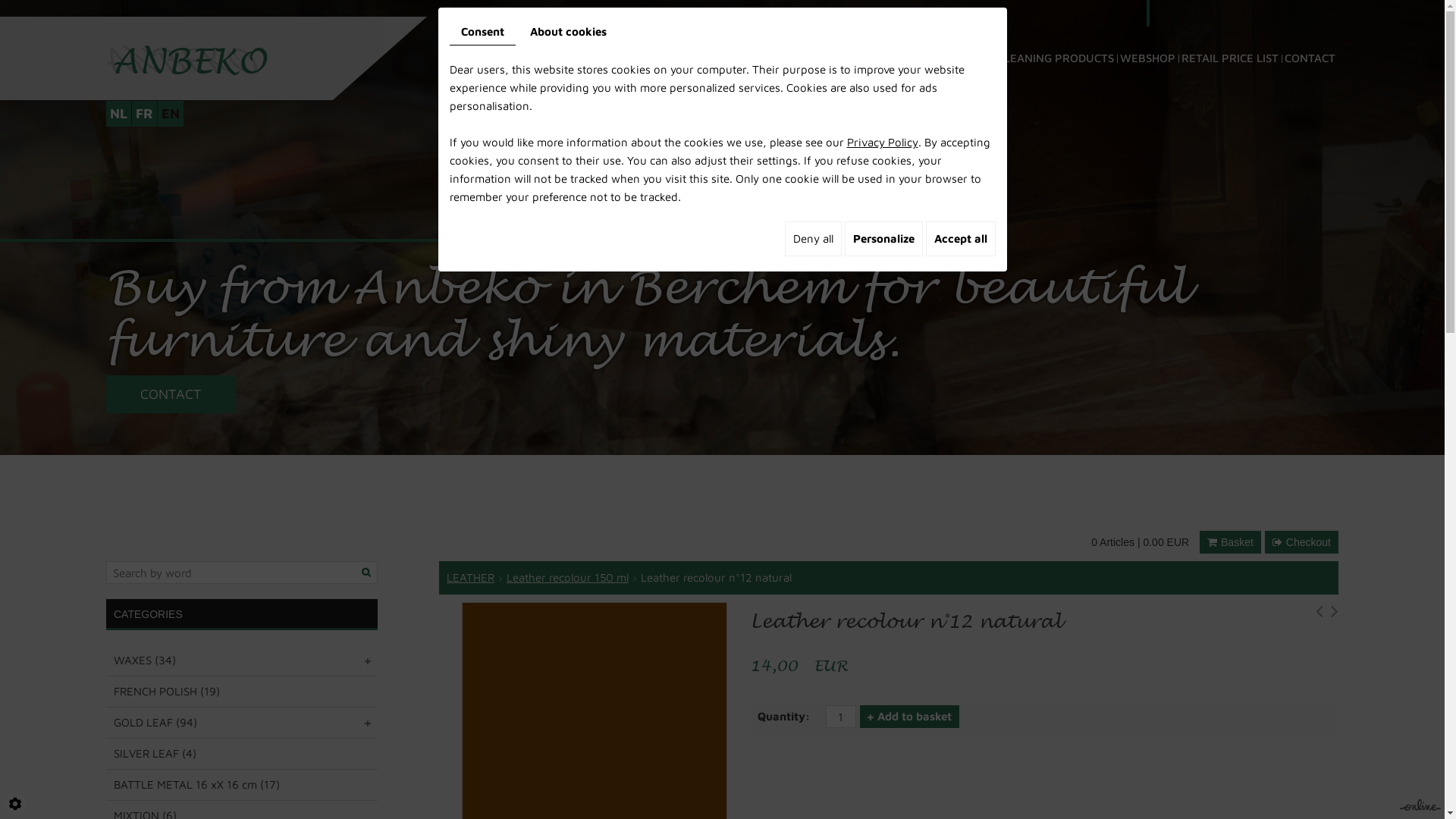  Describe the element at coordinates (105, 113) in the screenshot. I see `'NL'` at that location.